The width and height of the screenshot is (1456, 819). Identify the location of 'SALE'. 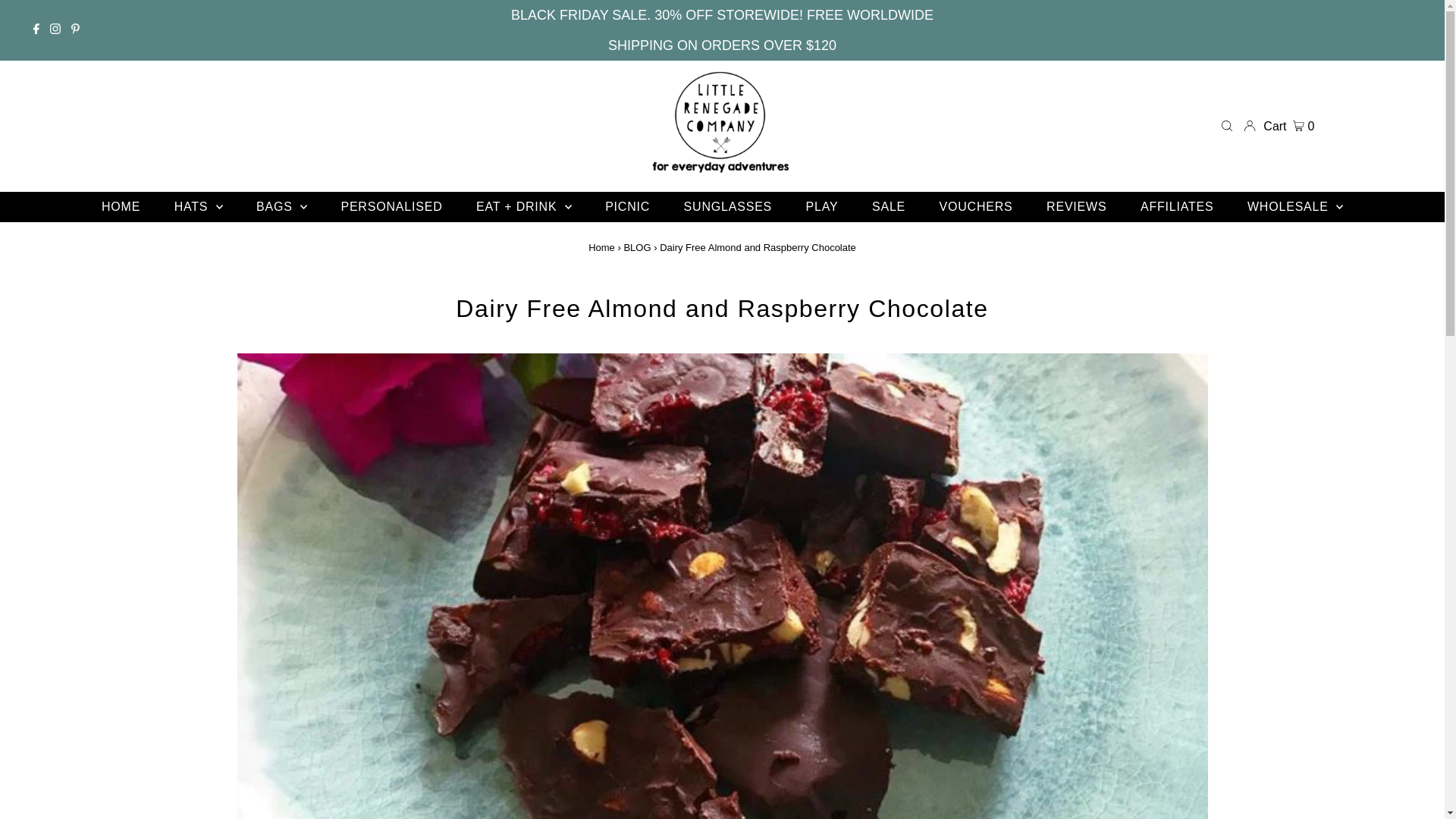
(888, 207).